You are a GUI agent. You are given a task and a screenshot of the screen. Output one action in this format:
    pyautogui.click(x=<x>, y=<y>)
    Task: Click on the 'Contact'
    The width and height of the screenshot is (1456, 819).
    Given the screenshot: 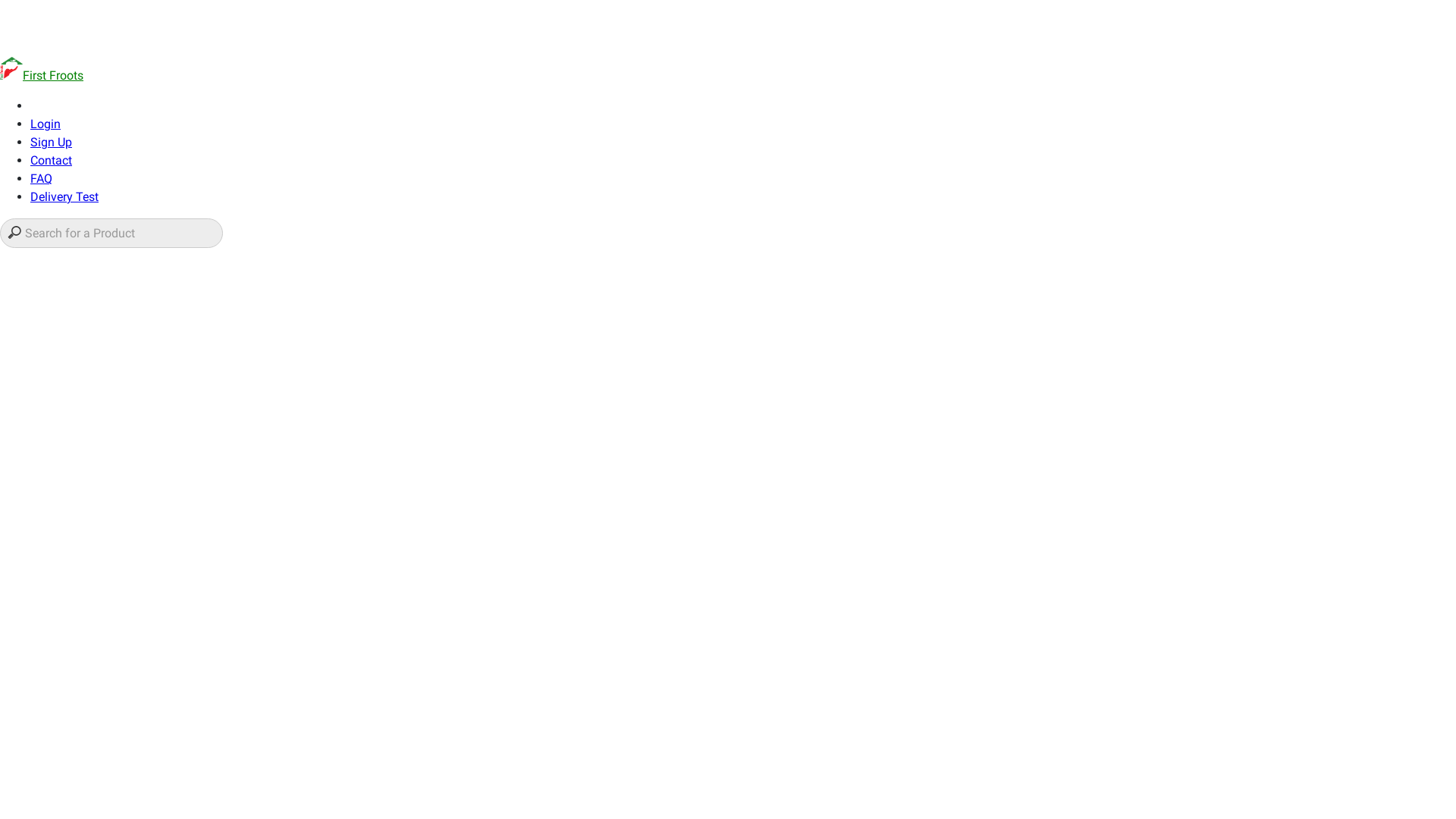 What is the action you would take?
    pyautogui.click(x=51, y=160)
    